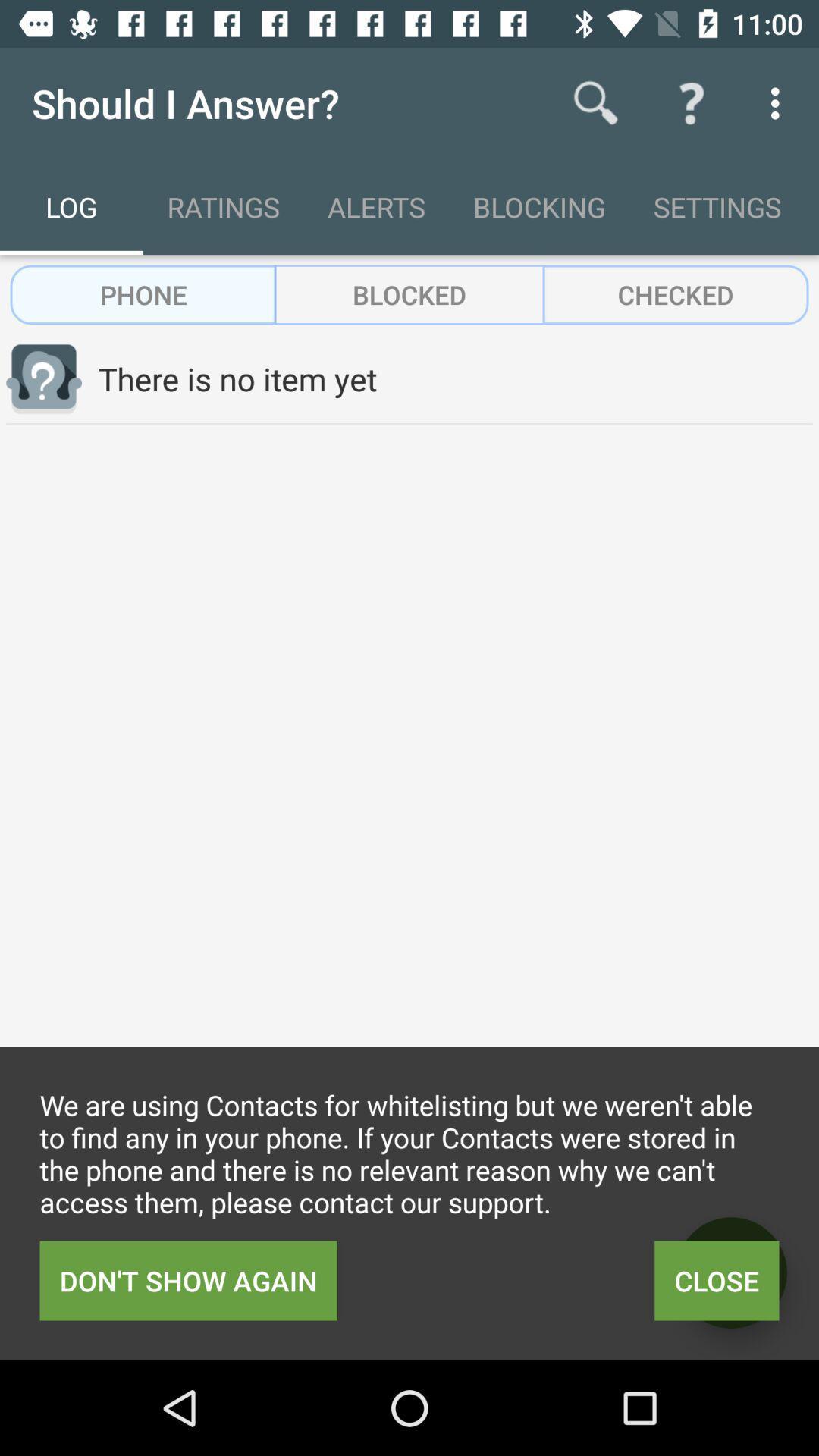 The width and height of the screenshot is (819, 1456). I want to click on the icon next to should i answer?, so click(595, 102).